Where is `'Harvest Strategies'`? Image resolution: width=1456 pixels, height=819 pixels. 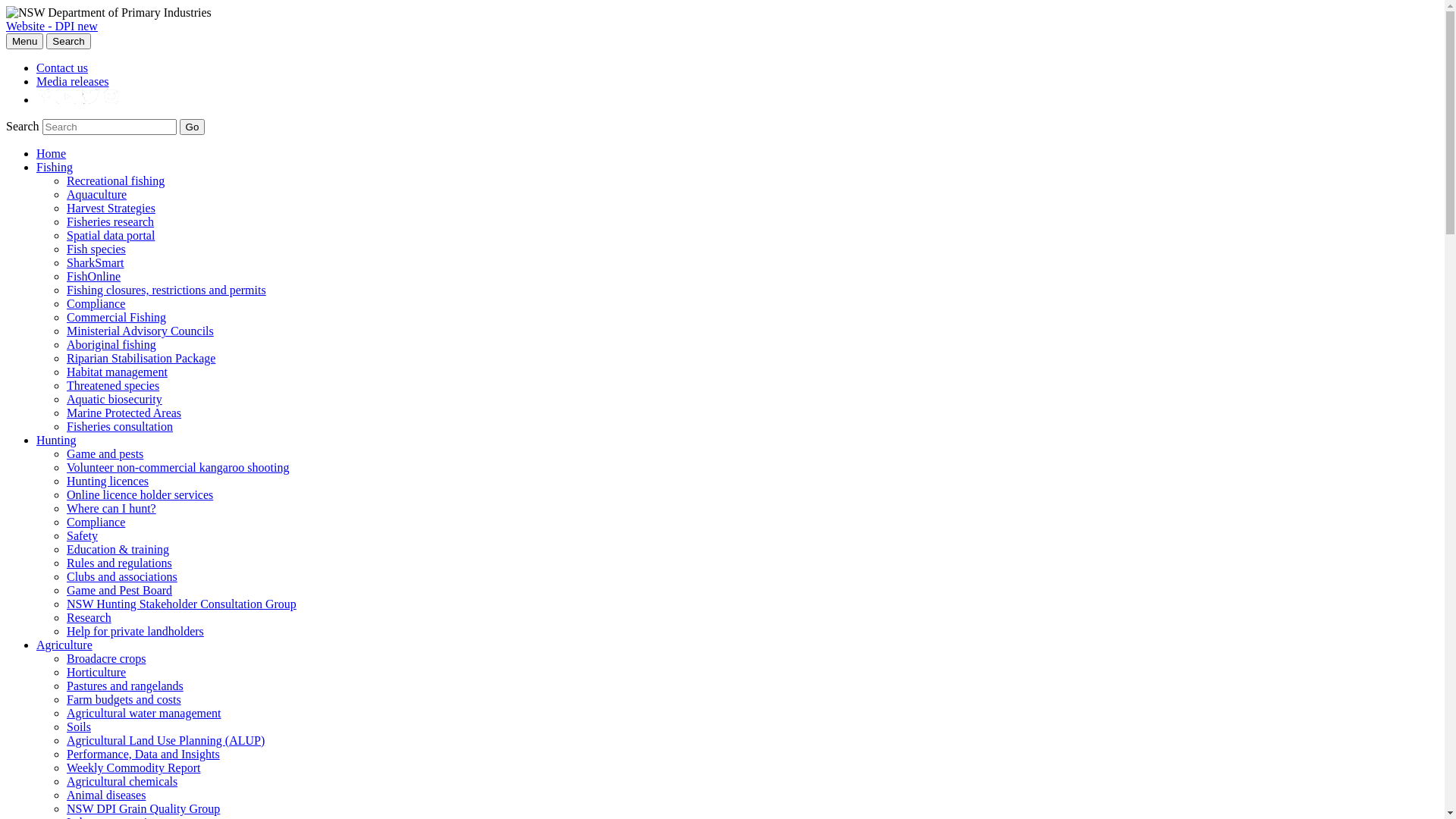
'Harvest Strategies' is located at coordinates (110, 208).